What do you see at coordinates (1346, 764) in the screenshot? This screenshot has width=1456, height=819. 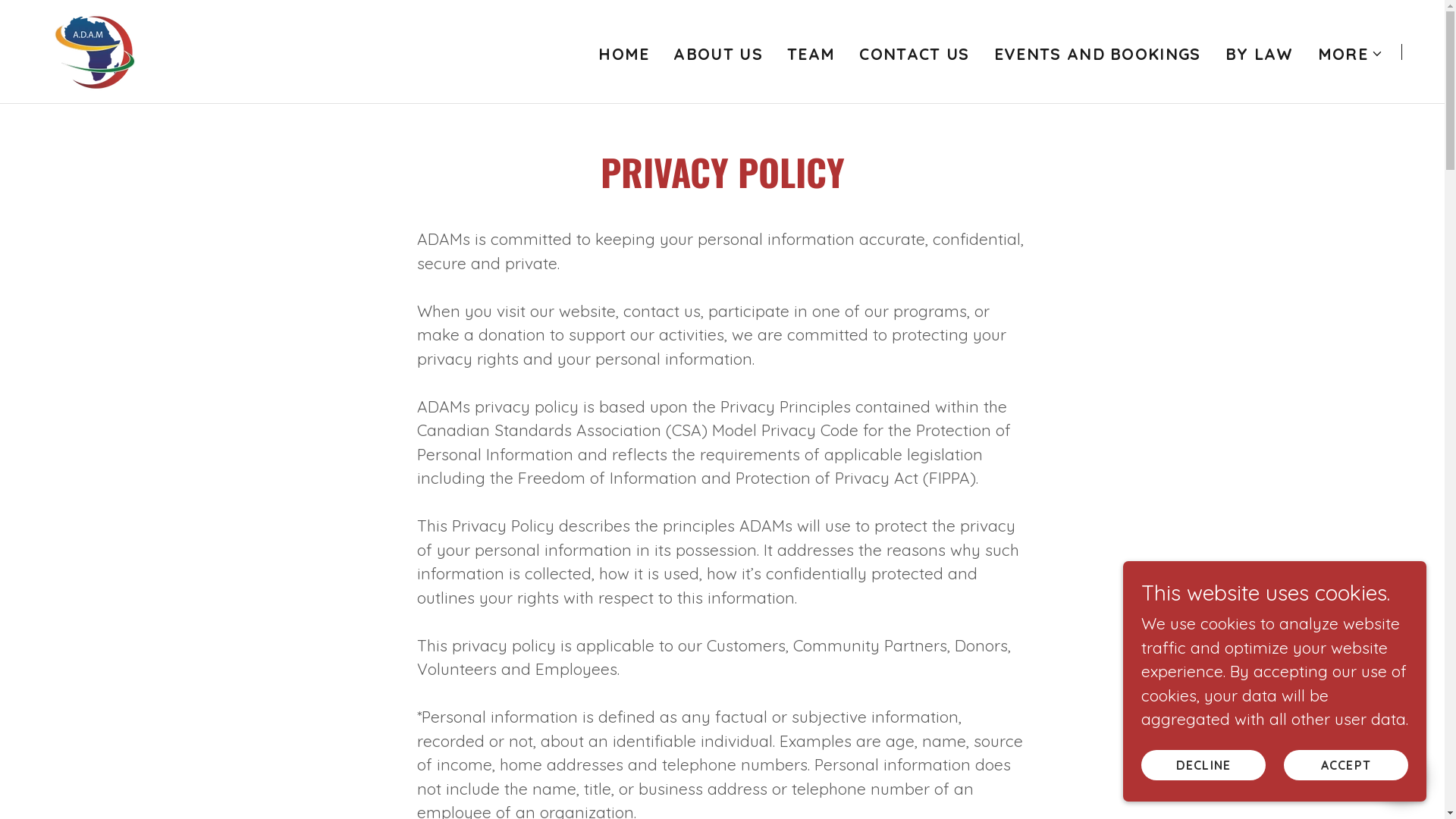 I see `'ACCEPT'` at bounding box center [1346, 764].